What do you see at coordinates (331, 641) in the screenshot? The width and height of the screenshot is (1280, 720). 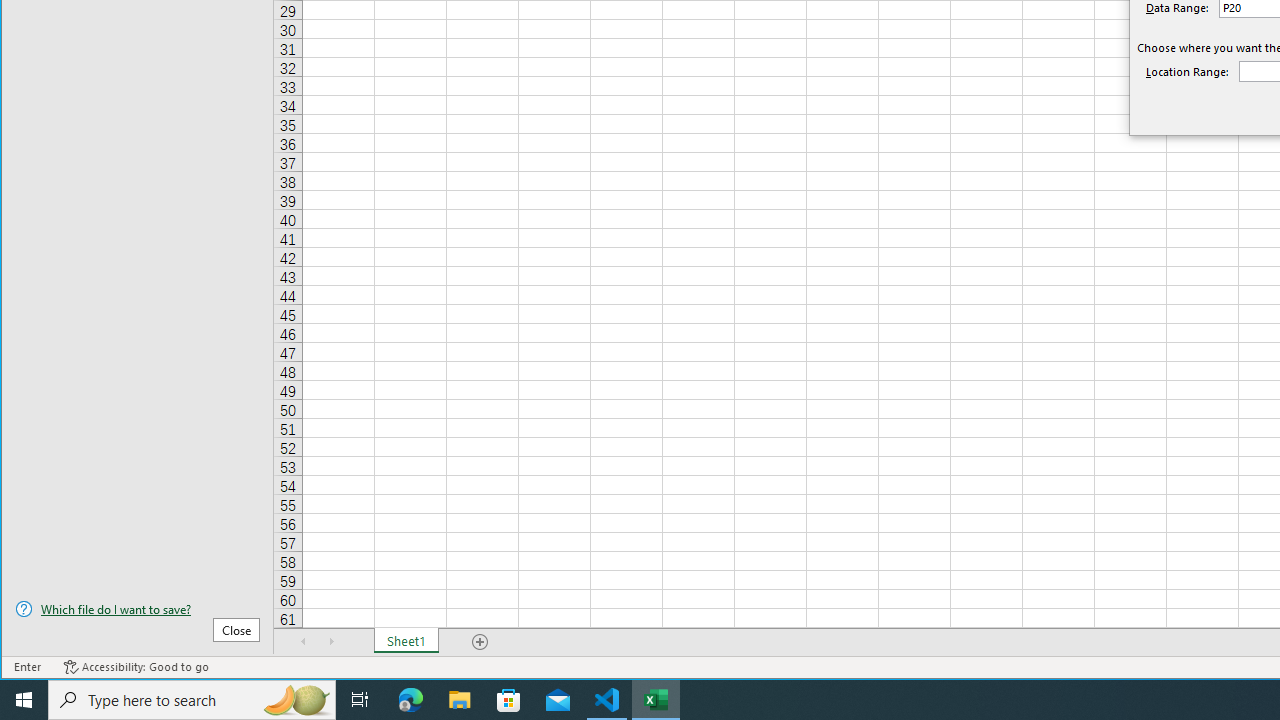 I see `'Scroll Right'` at bounding box center [331, 641].